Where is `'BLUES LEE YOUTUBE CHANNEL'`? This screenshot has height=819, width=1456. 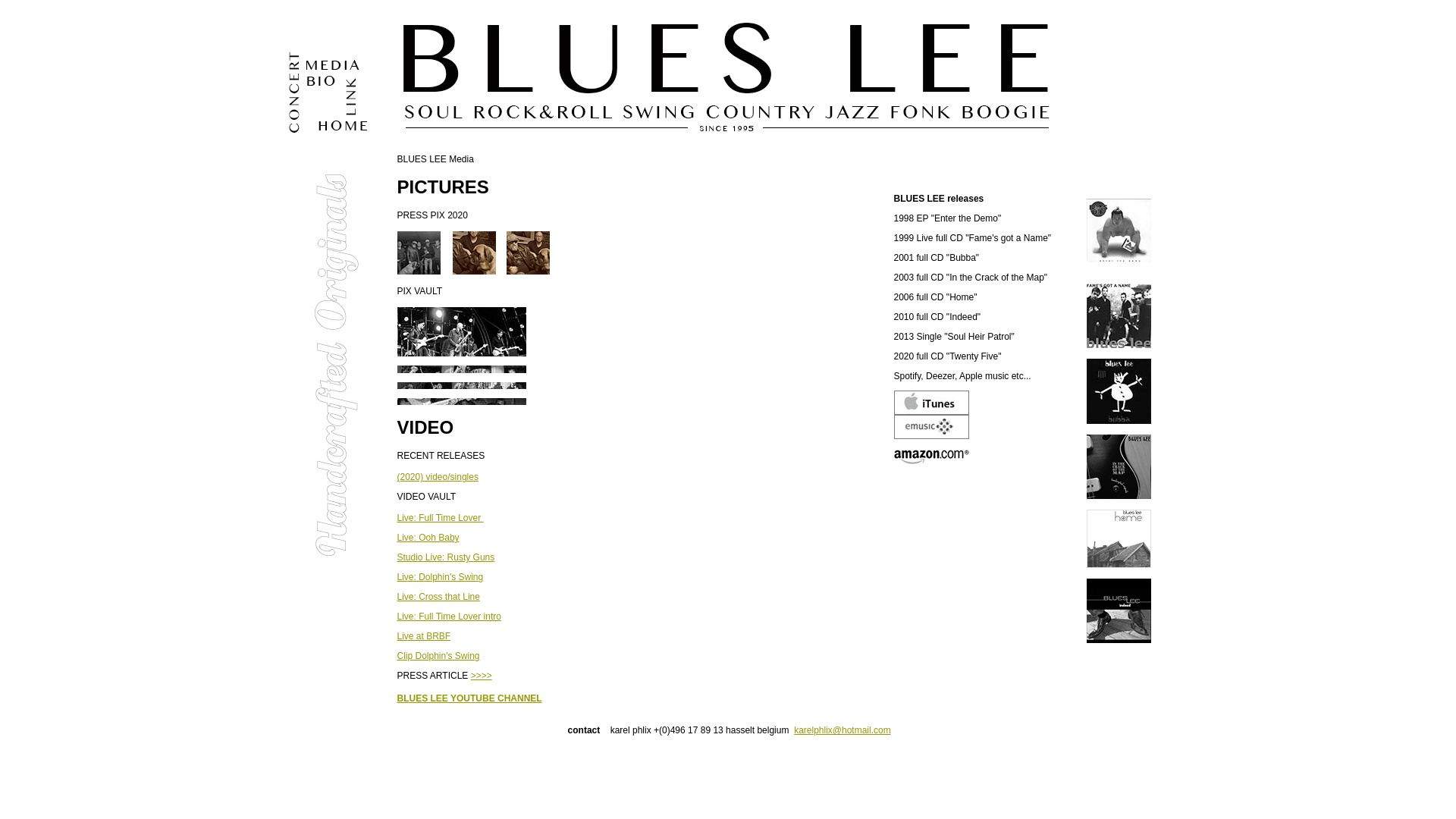
'BLUES LEE YOUTUBE CHANNEL' is located at coordinates (469, 698).